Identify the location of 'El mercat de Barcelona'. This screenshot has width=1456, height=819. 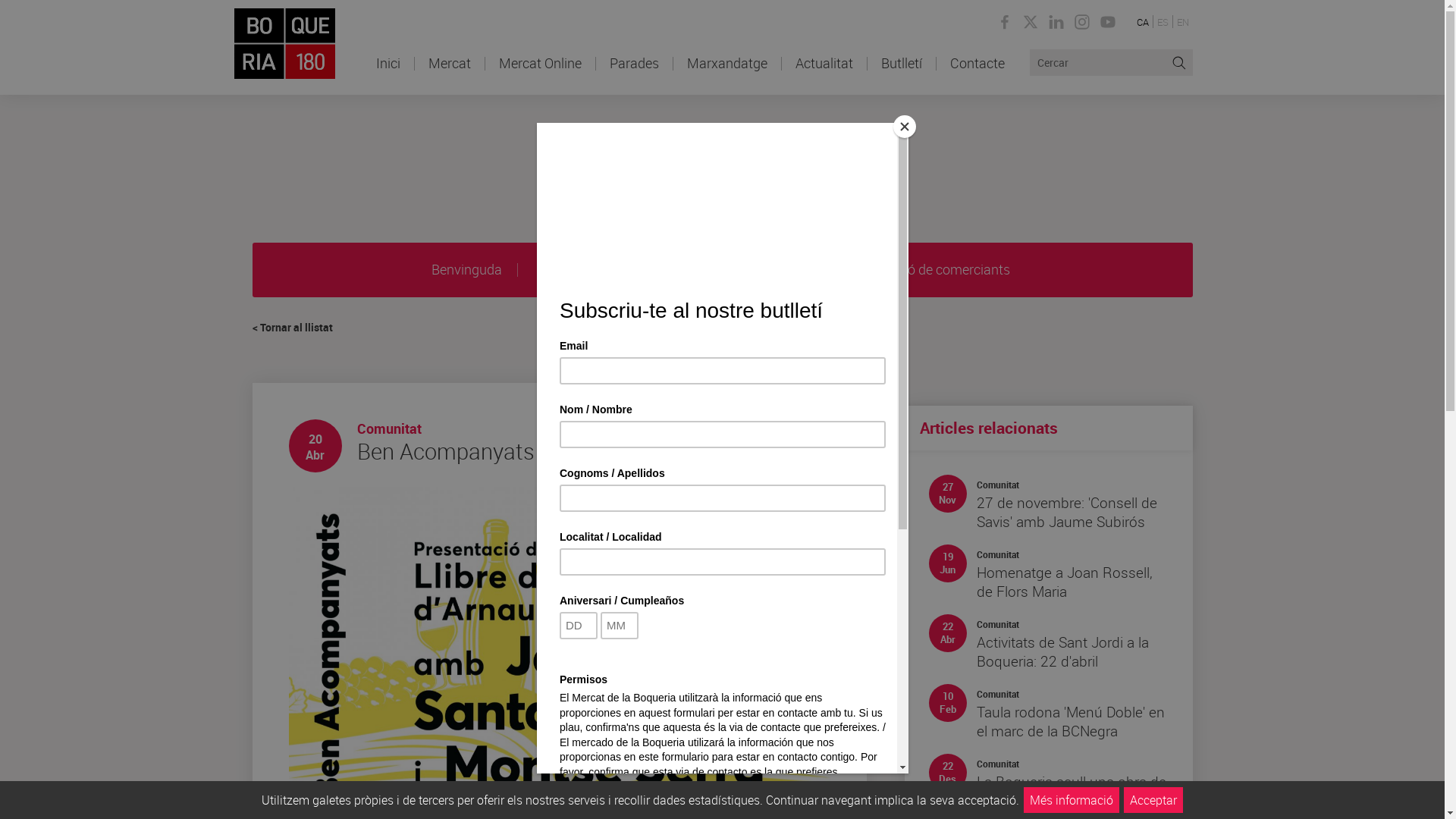
(284, 42).